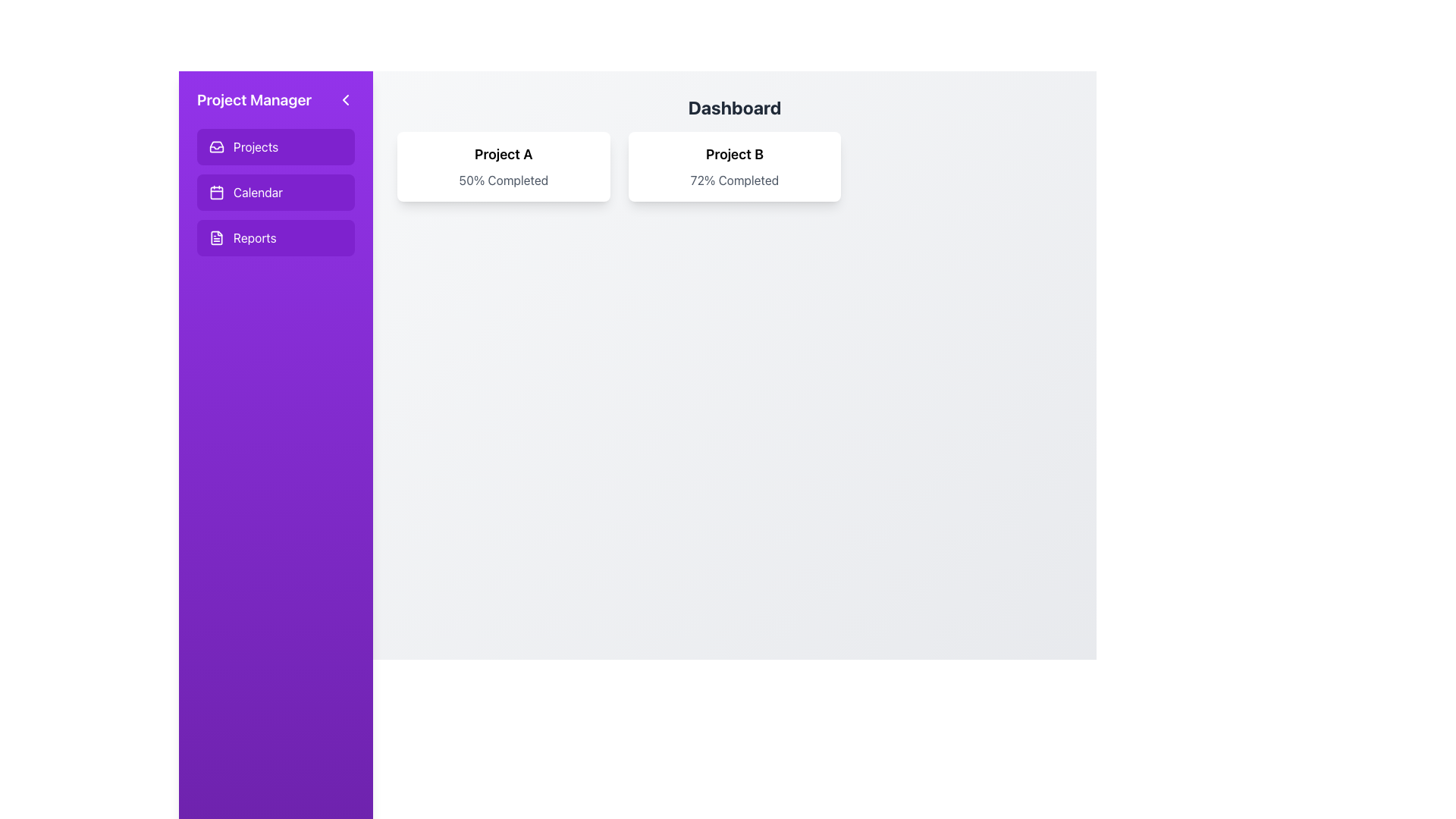  Describe the element at coordinates (216, 146) in the screenshot. I see `the 'Projects' icon located in the purple sidebar of the 'Project Manager', which is the top entry in the vertical list, to enhance recognition of this section` at that location.